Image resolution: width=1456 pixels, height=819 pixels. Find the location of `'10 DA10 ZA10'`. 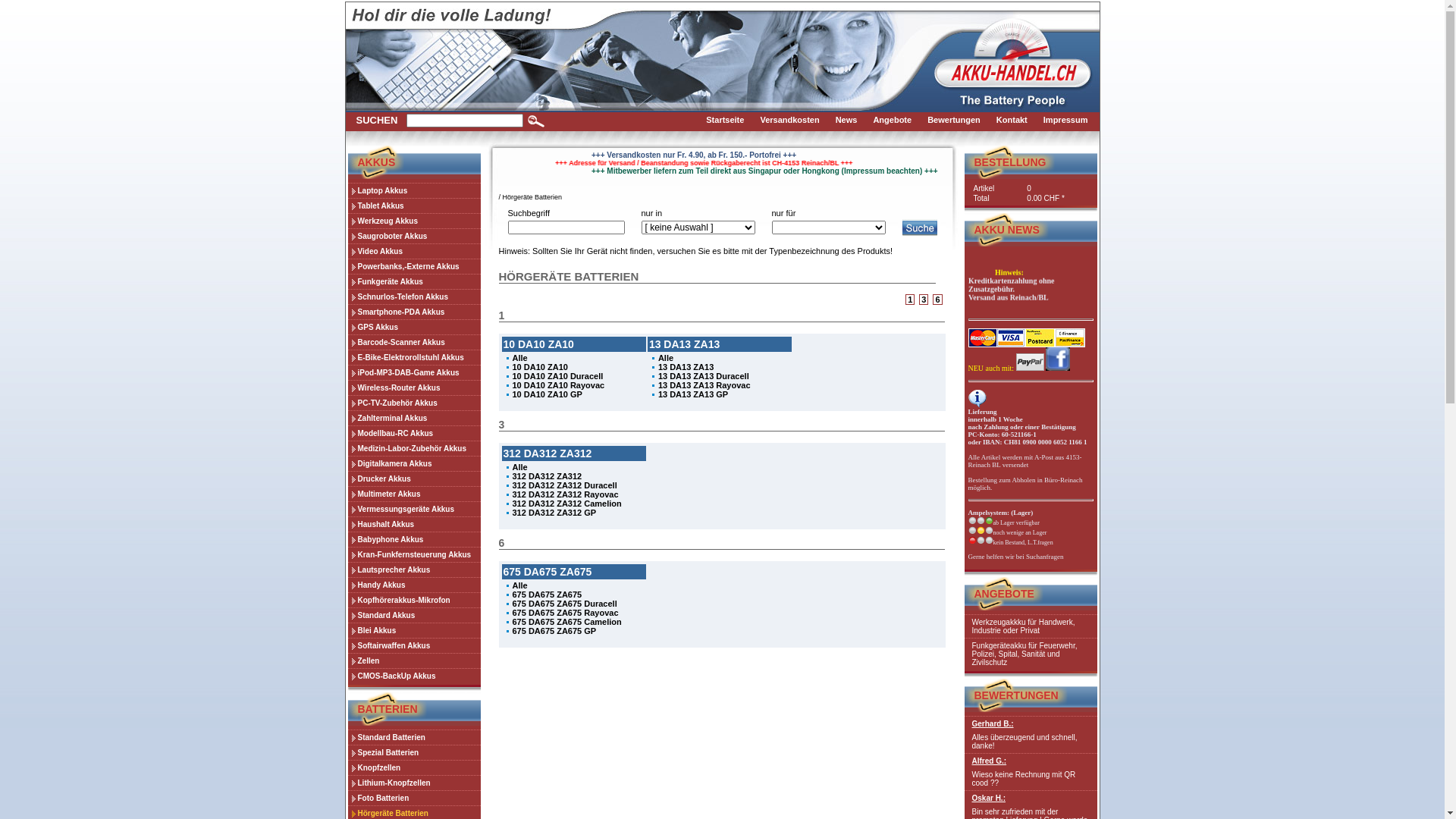

'10 DA10 ZA10' is located at coordinates (540, 366).